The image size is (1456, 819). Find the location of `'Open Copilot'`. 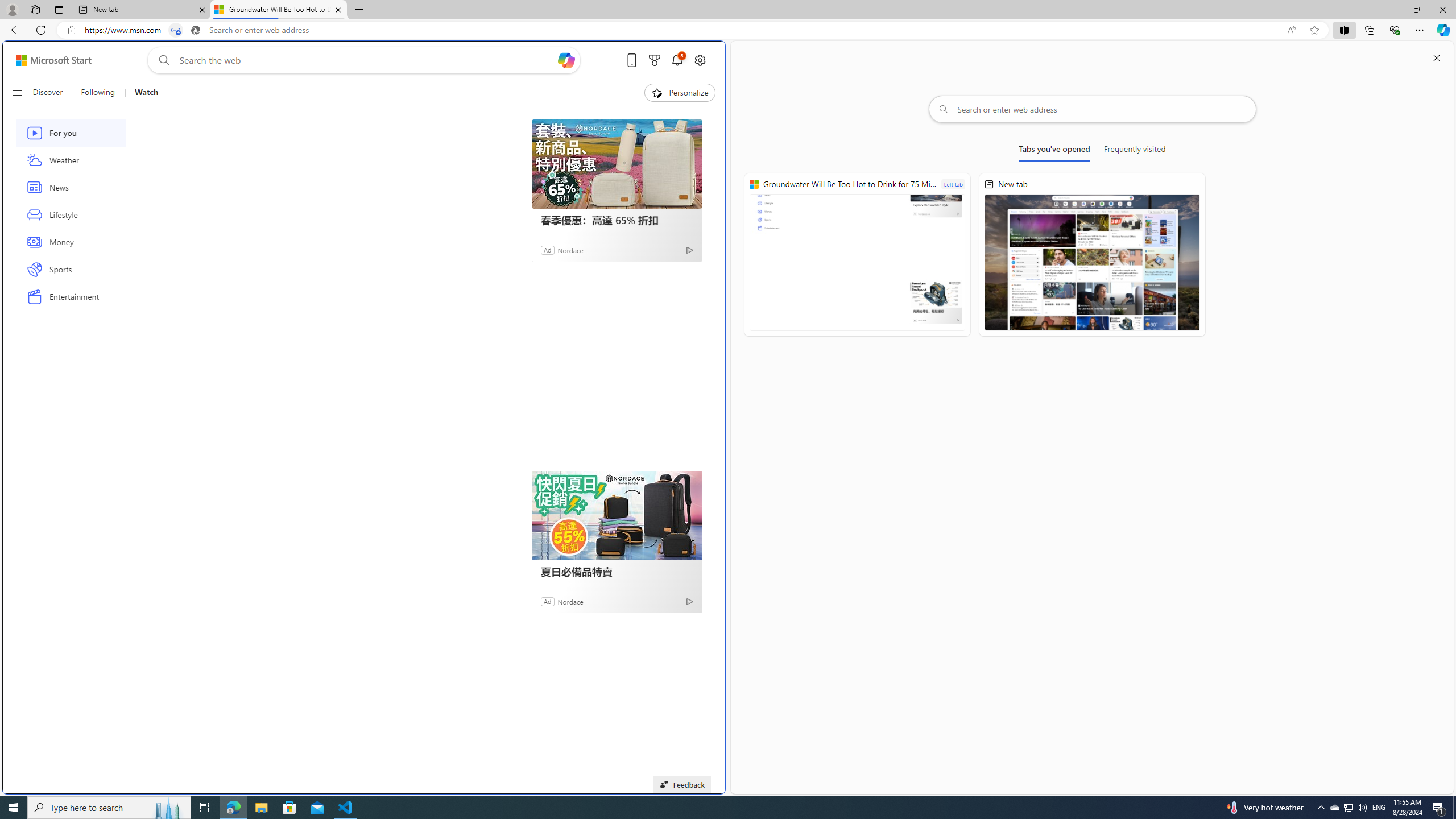

'Open Copilot' is located at coordinates (565, 59).